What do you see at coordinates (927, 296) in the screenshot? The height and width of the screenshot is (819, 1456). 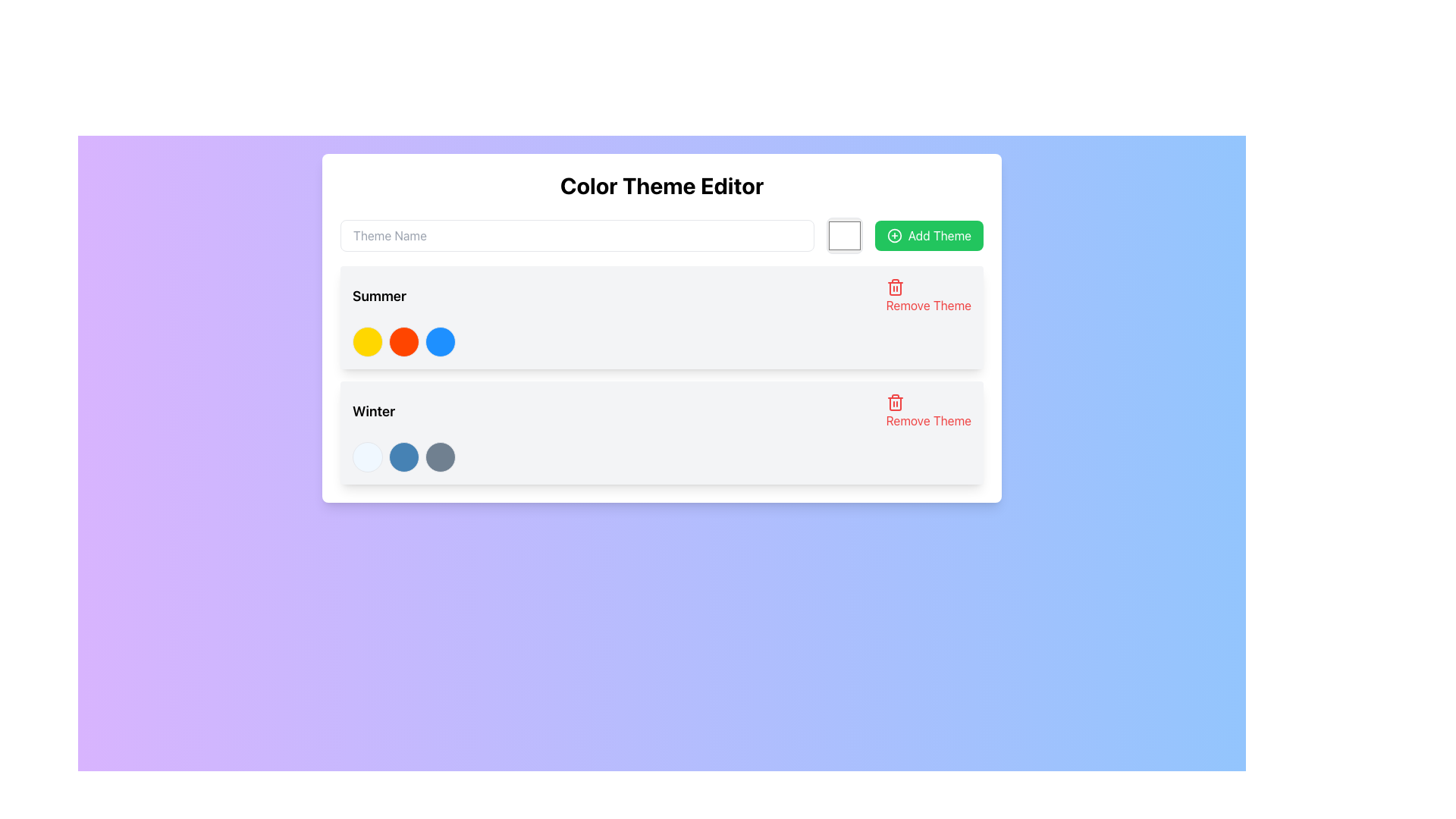 I see `the red-text button labeled 'Remove Theme' with a trash can icon, located adjacent to the 'Summer' section header, to observe the hover effect` at bounding box center [927, 296].